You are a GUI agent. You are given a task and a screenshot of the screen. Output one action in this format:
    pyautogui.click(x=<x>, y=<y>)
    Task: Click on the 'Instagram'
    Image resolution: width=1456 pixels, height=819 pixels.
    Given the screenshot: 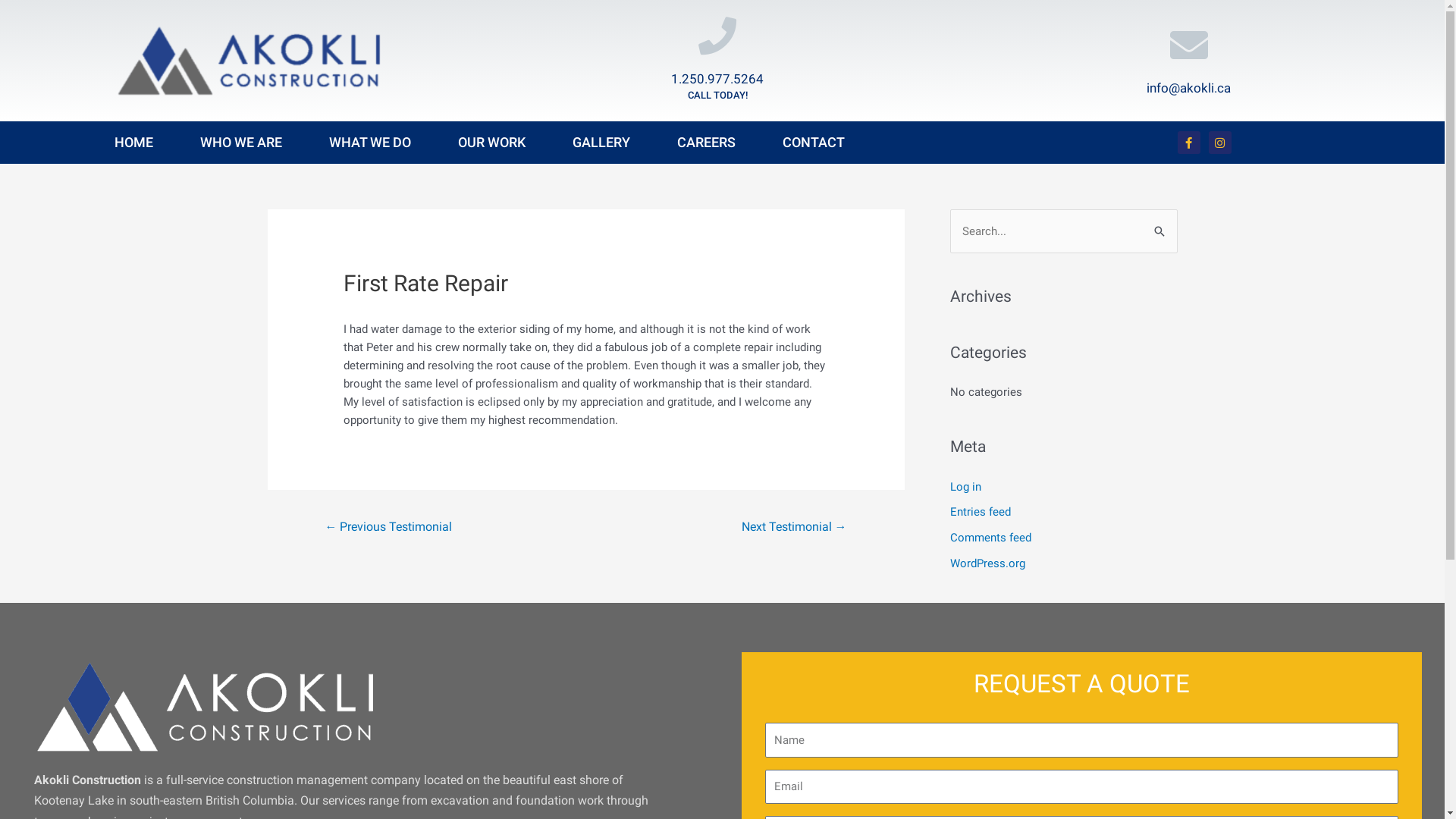 What is the action you would take?
    pyautogui.click(x=1207, y=143)
    